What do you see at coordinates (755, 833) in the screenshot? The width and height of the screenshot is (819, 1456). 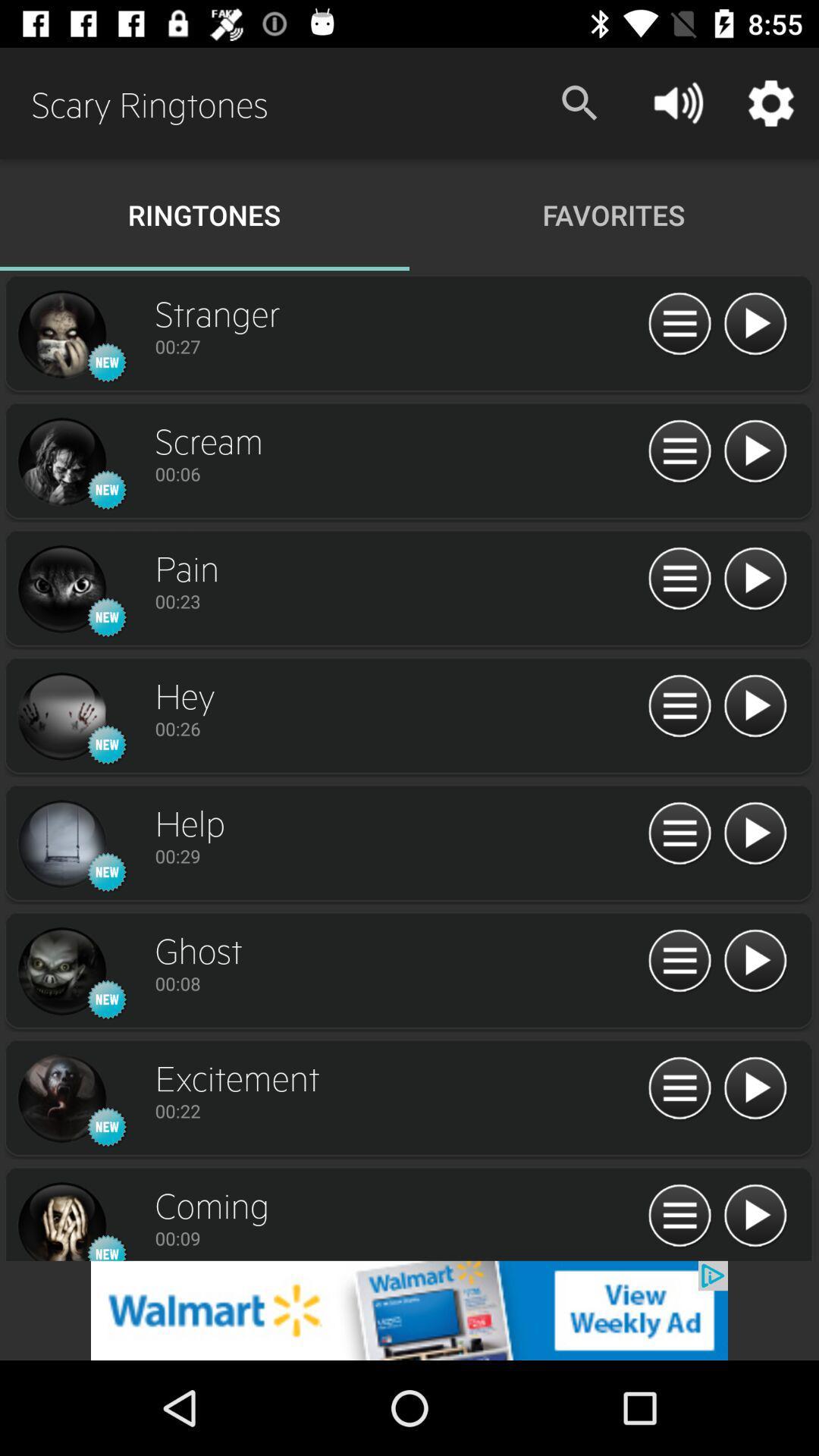 I see `ringtone option` at bounding box center [755, 833].